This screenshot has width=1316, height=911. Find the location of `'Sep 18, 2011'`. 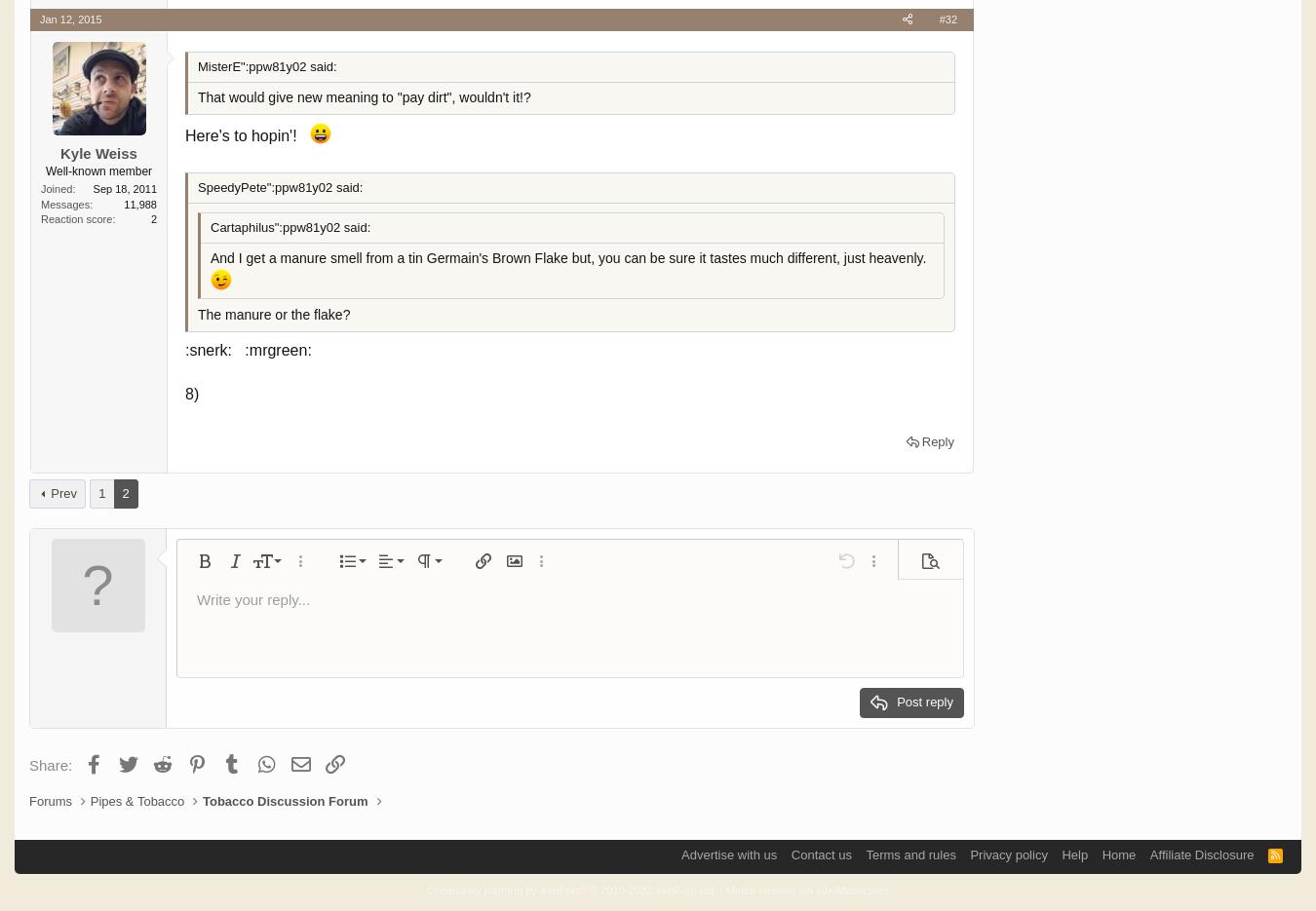

'Sep 18, 2011' is located at coordinates (124, 188).